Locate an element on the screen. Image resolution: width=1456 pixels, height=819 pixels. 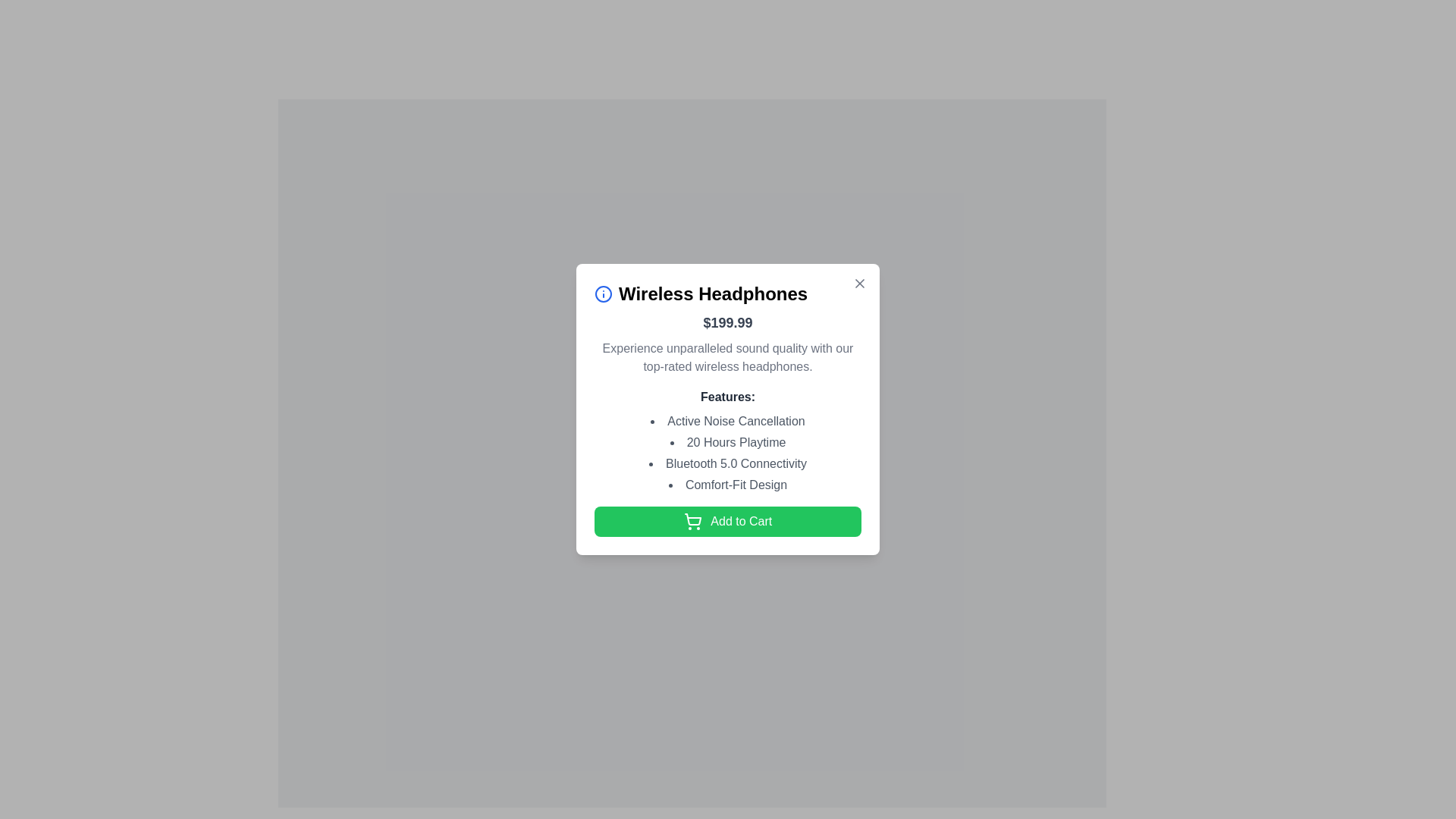
static text indicating the presence of active noise cancellation, which is the first item in the vertical bulleted list within the 'Features' section of the modal window is located at coordinates (728, 421).